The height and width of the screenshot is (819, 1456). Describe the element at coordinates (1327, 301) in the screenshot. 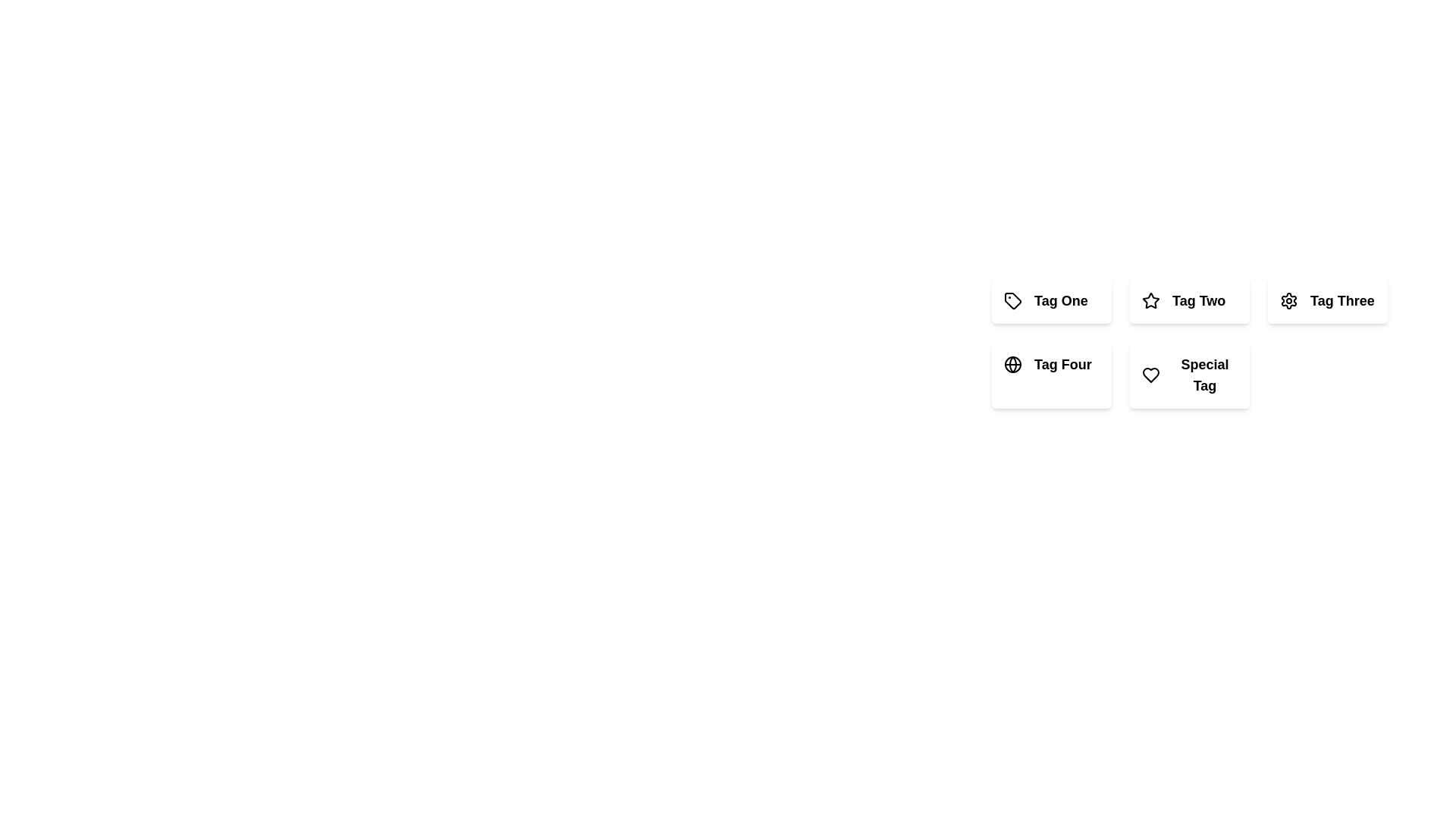

I see `the Card-style button labeled 'Tag Three' which is positioned as the third item in the top row of the grid layout` at that location.